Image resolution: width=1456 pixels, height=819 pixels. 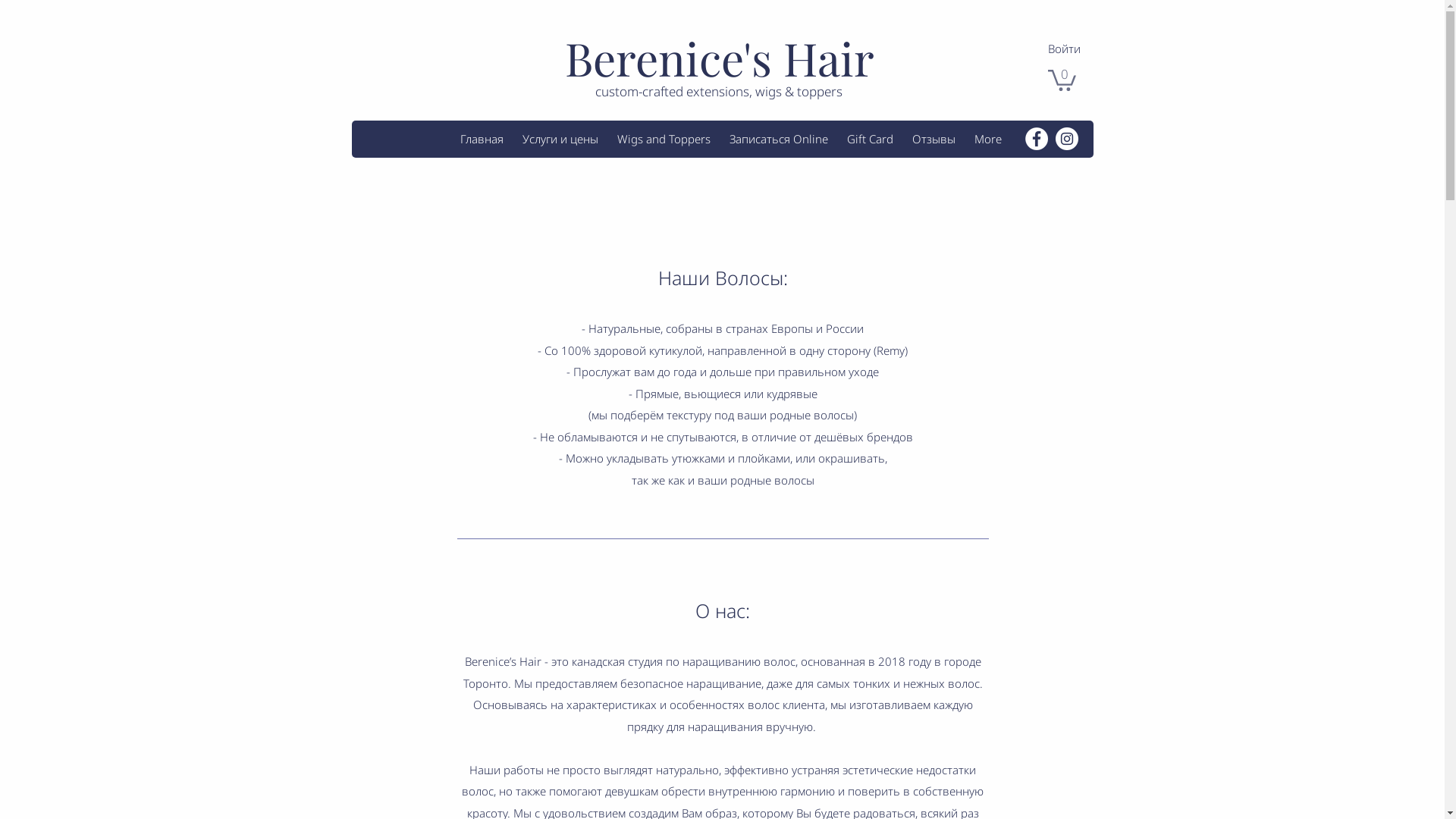 I want to click on 'Gift Card', so click(x=870, y=138).